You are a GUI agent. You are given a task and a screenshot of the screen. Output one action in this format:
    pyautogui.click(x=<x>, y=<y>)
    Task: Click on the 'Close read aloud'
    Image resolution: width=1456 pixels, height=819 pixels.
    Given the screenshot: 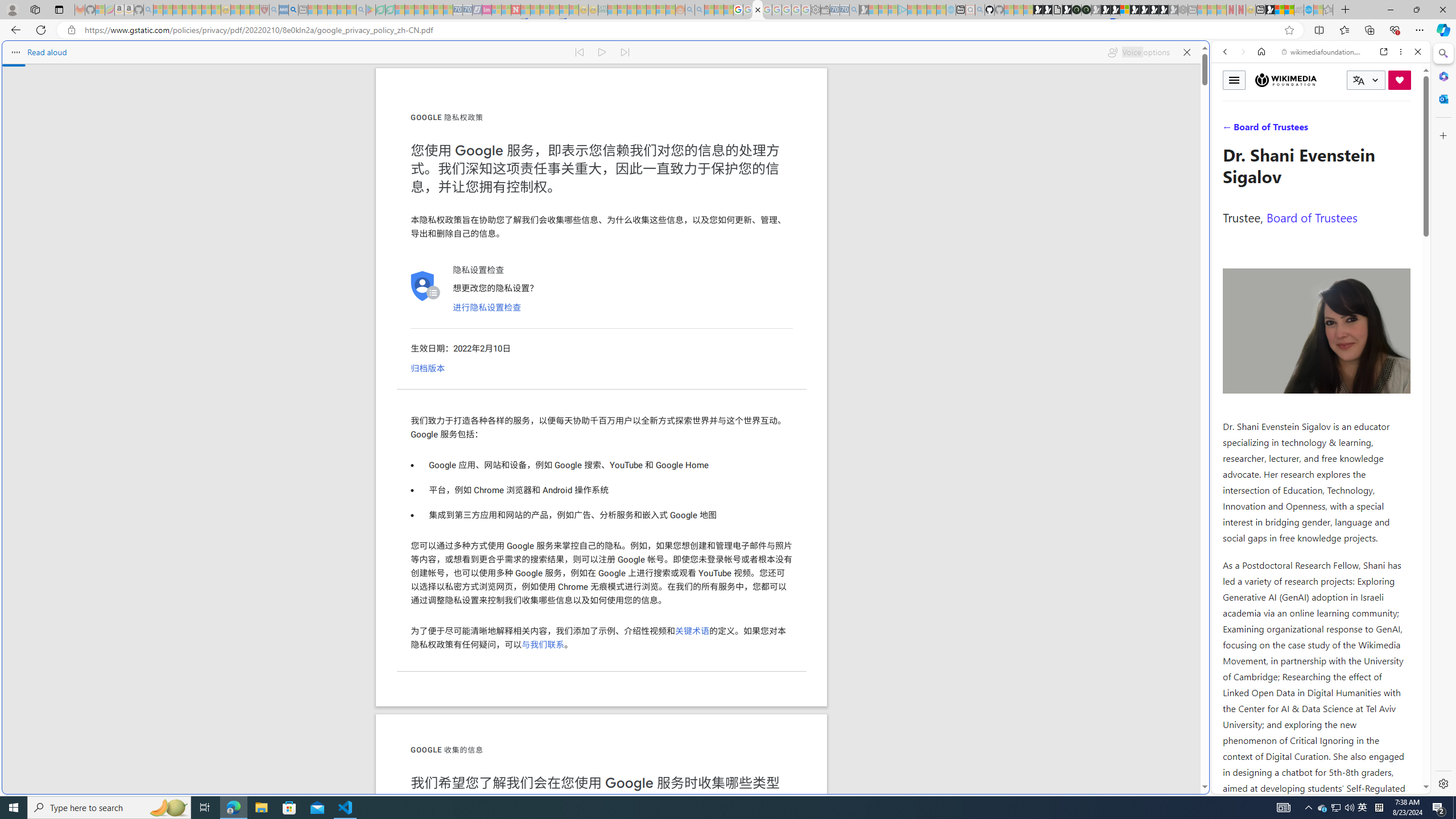 What is the action you would take?
    pyautogui.click(x=1186, y=52)
    